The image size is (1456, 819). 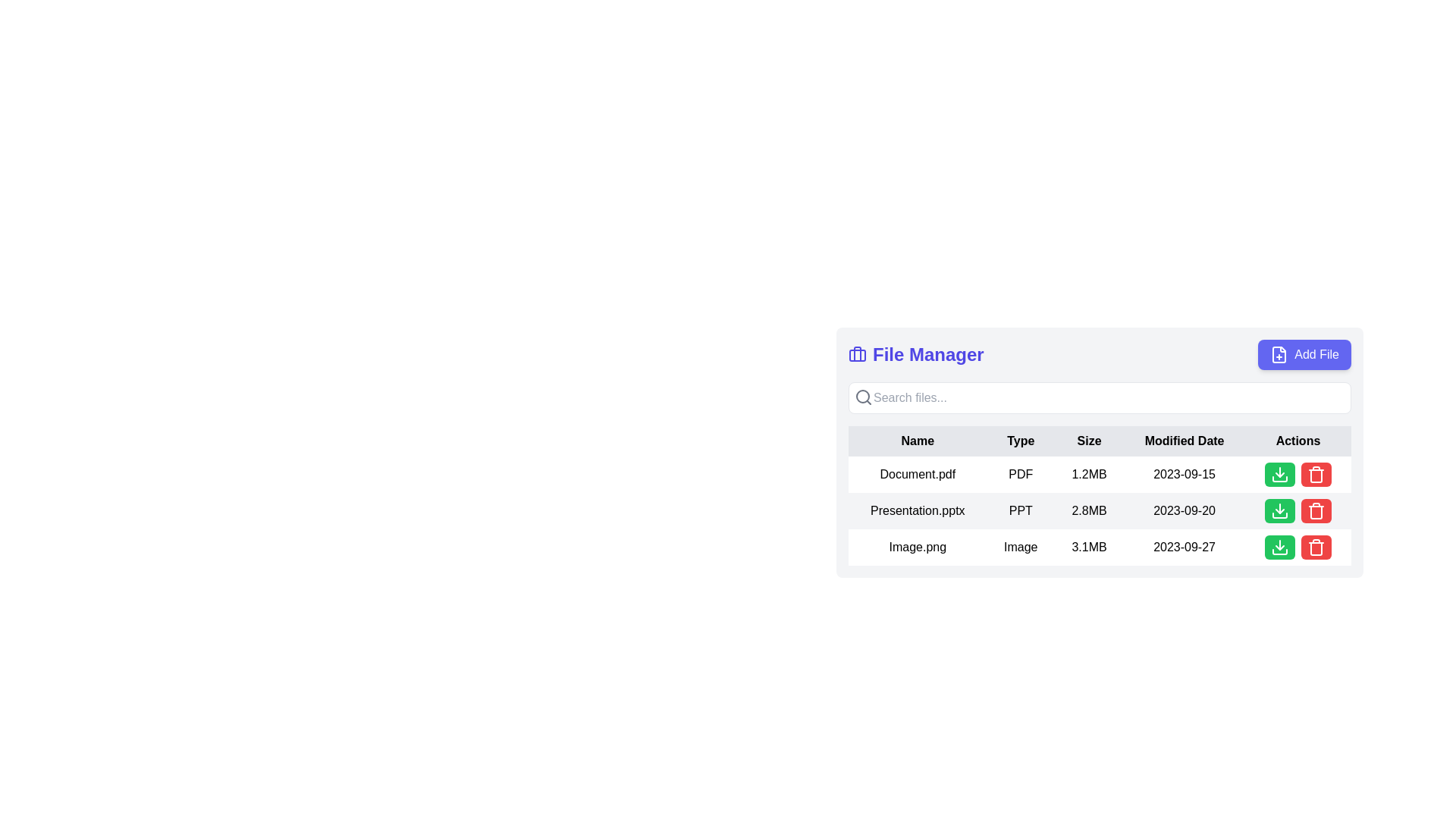 I want to click on text of the title label located at the top-left area of the file management section, which is positioned immediately to the left of the 'Add File' button, so click(x=915, y=354).